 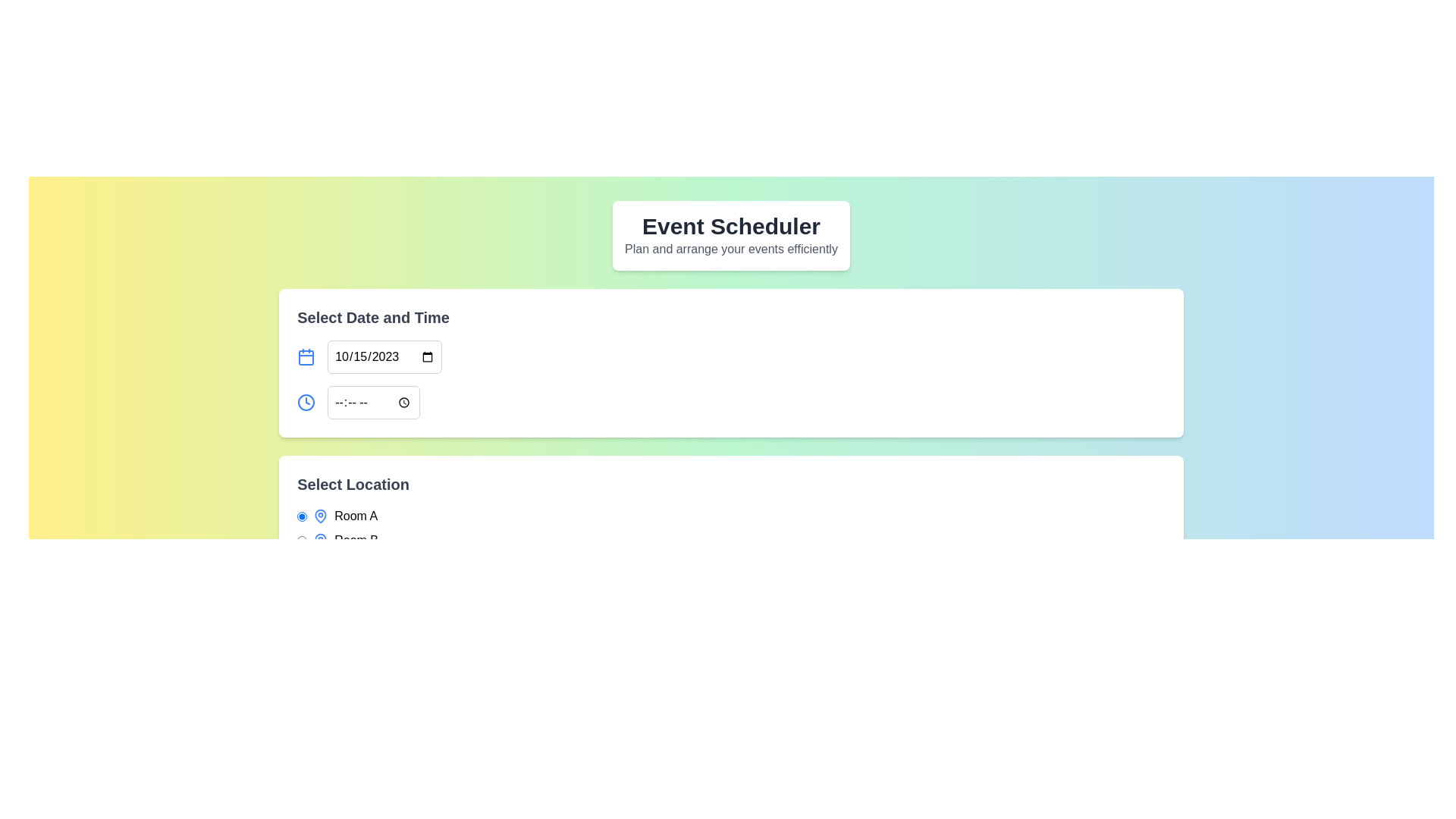 I want to click on the small, circular blue clock icon located in the 'Select Date and Time' section, which is positioned before the time input field, so click(x=306, y=402).